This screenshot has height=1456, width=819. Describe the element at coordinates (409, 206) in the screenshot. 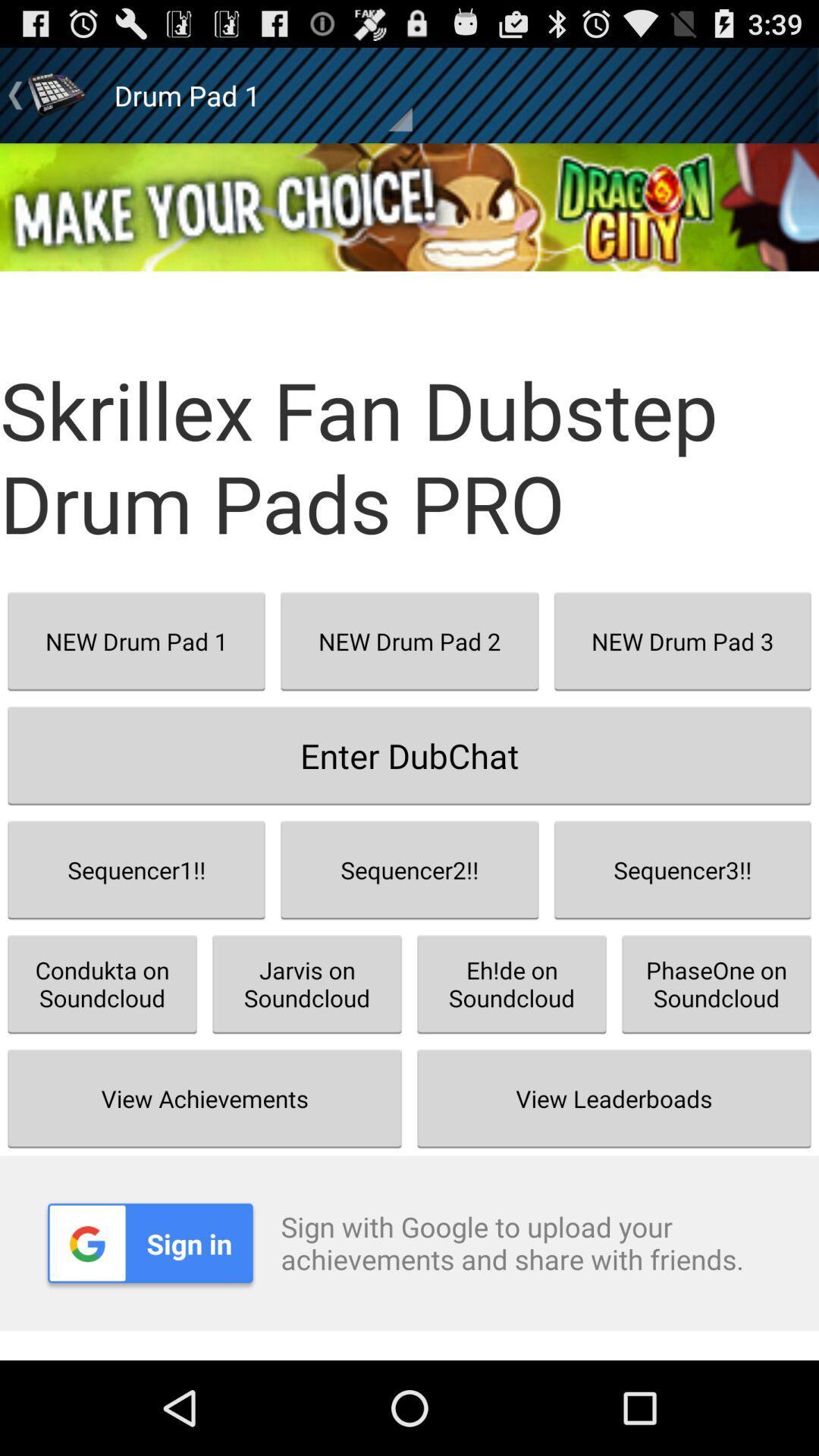

I see `the add for game` at that location.